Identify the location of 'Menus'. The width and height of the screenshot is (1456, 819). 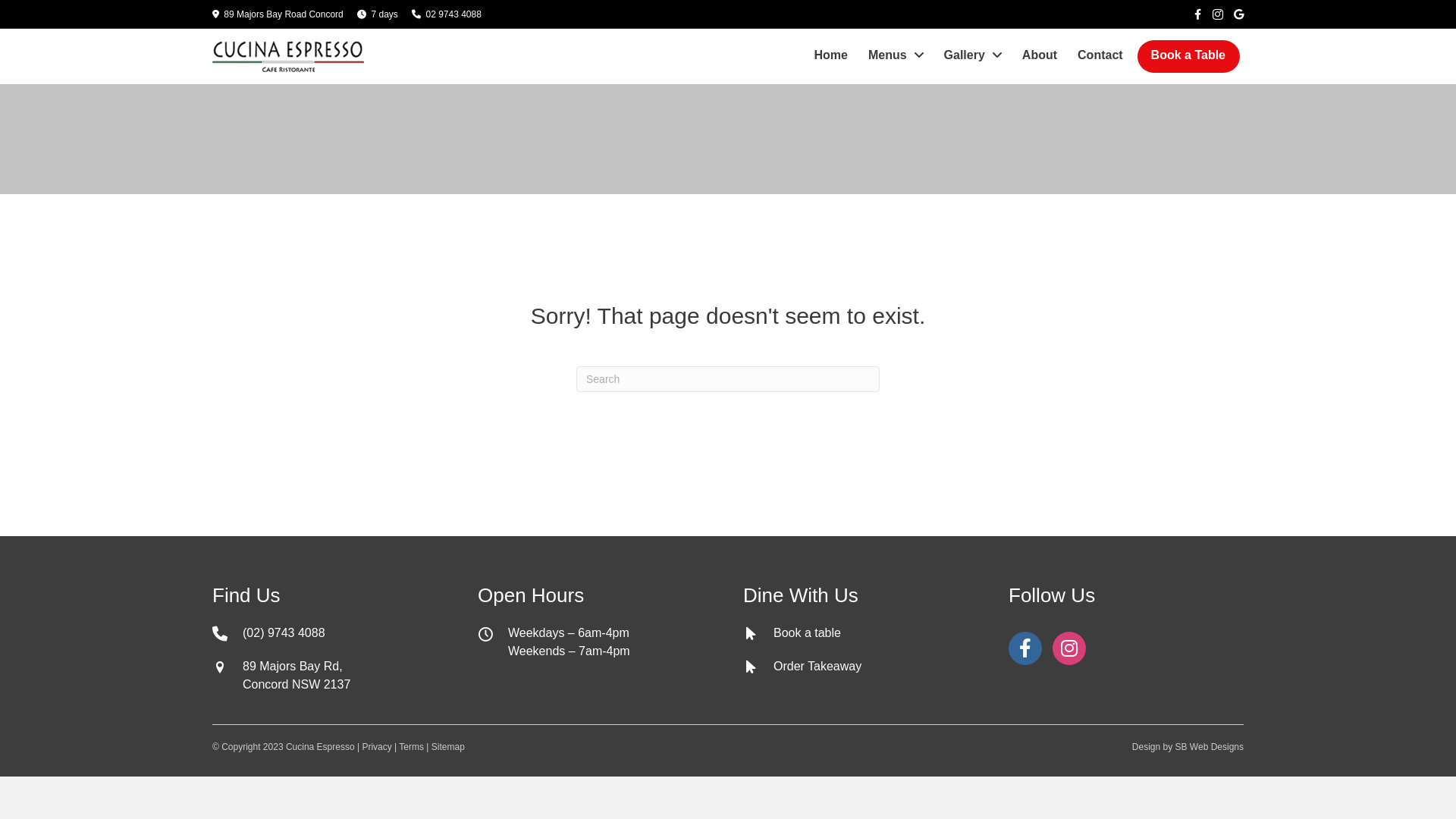
(896, 55).